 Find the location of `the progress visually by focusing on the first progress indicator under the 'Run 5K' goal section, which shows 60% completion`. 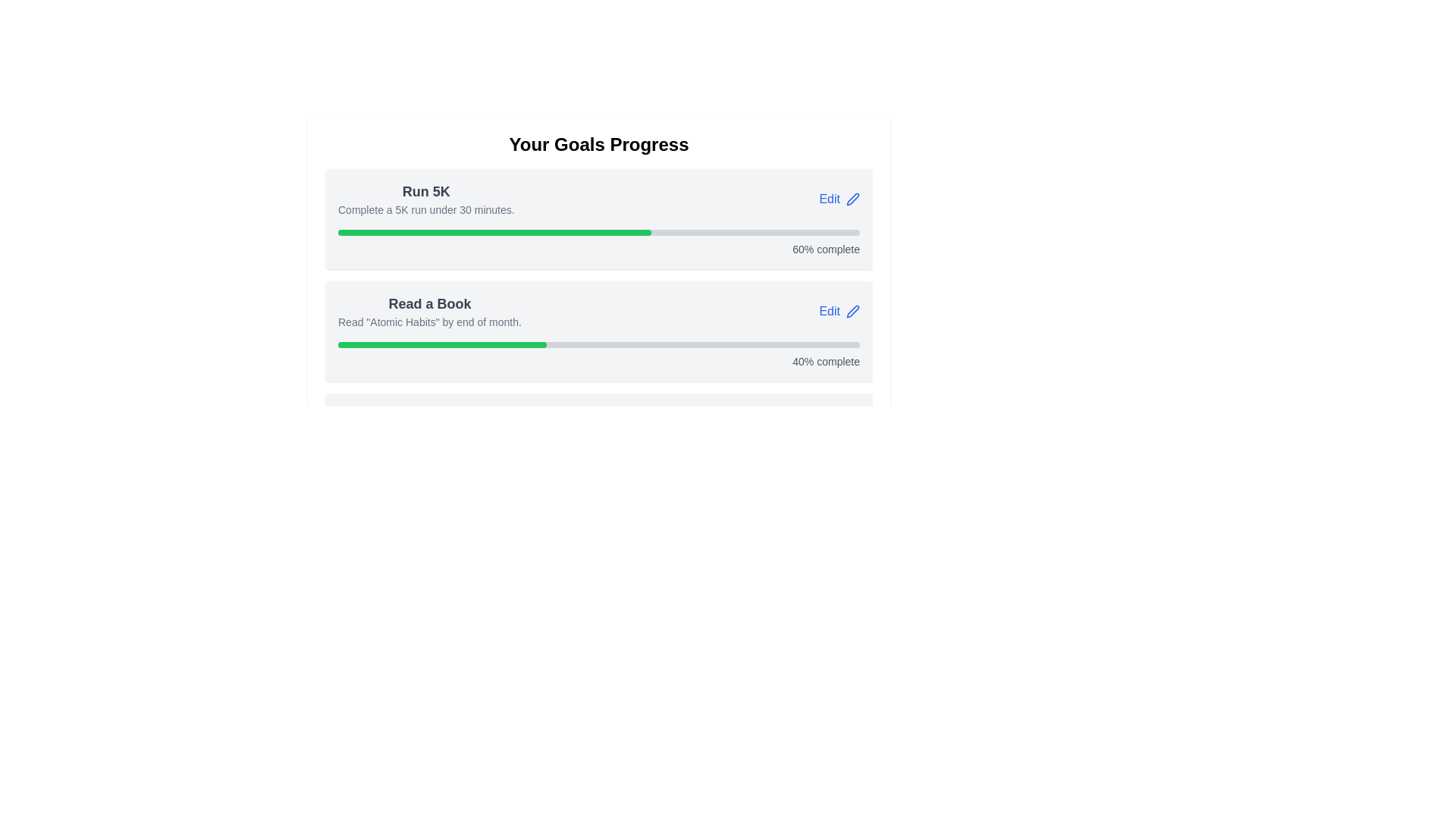

the progress visually by focusing on the first progress indicator under the 'Run 5K' goal section, which shows 60% completion is located at coordinates (598, 233).